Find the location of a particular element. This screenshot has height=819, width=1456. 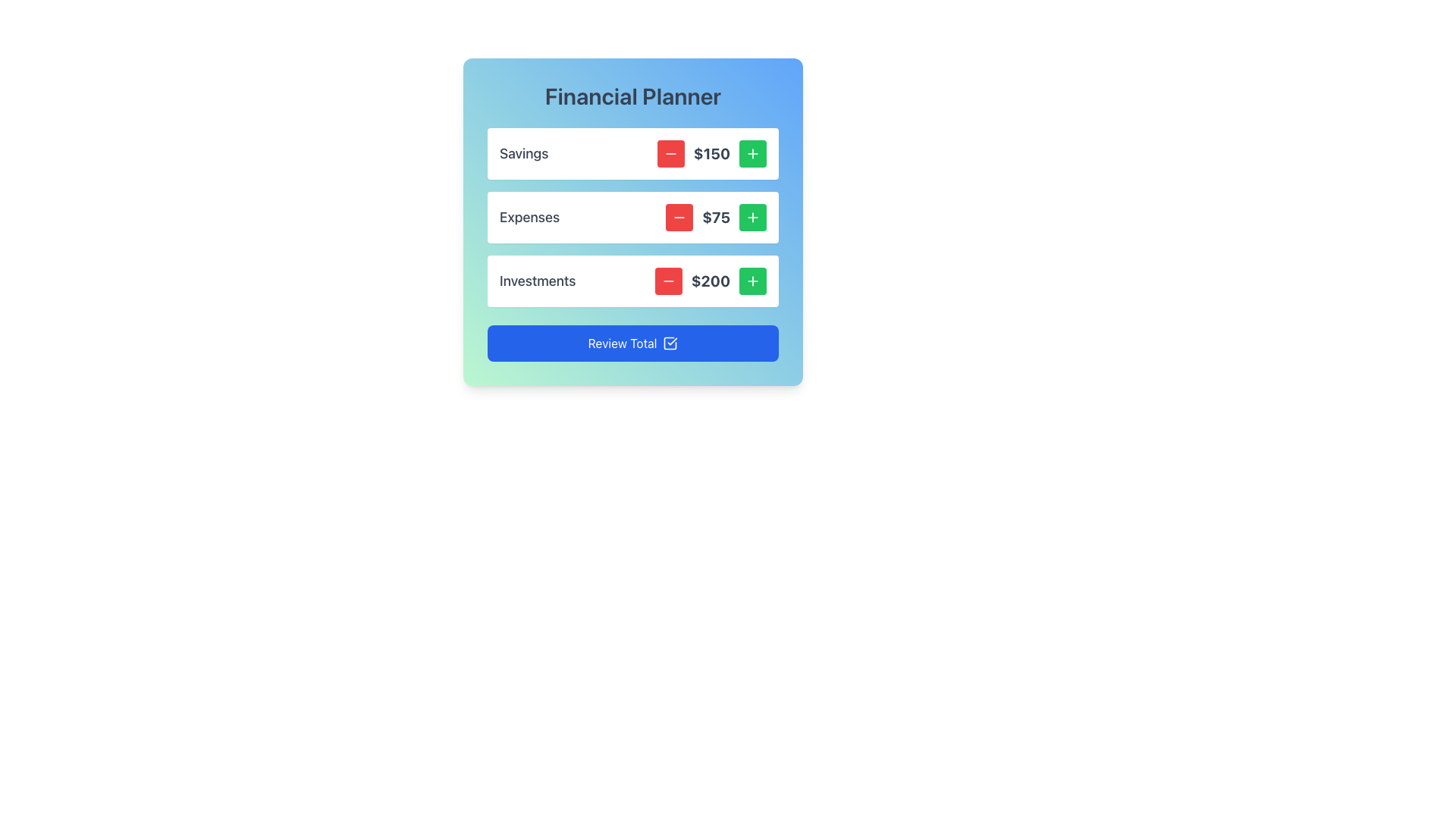

the bold text label displaying '$75' in the 'Expenses' section, which is centrally located between a red button and a green button with a plus sign is located at coordinates (715, 217).